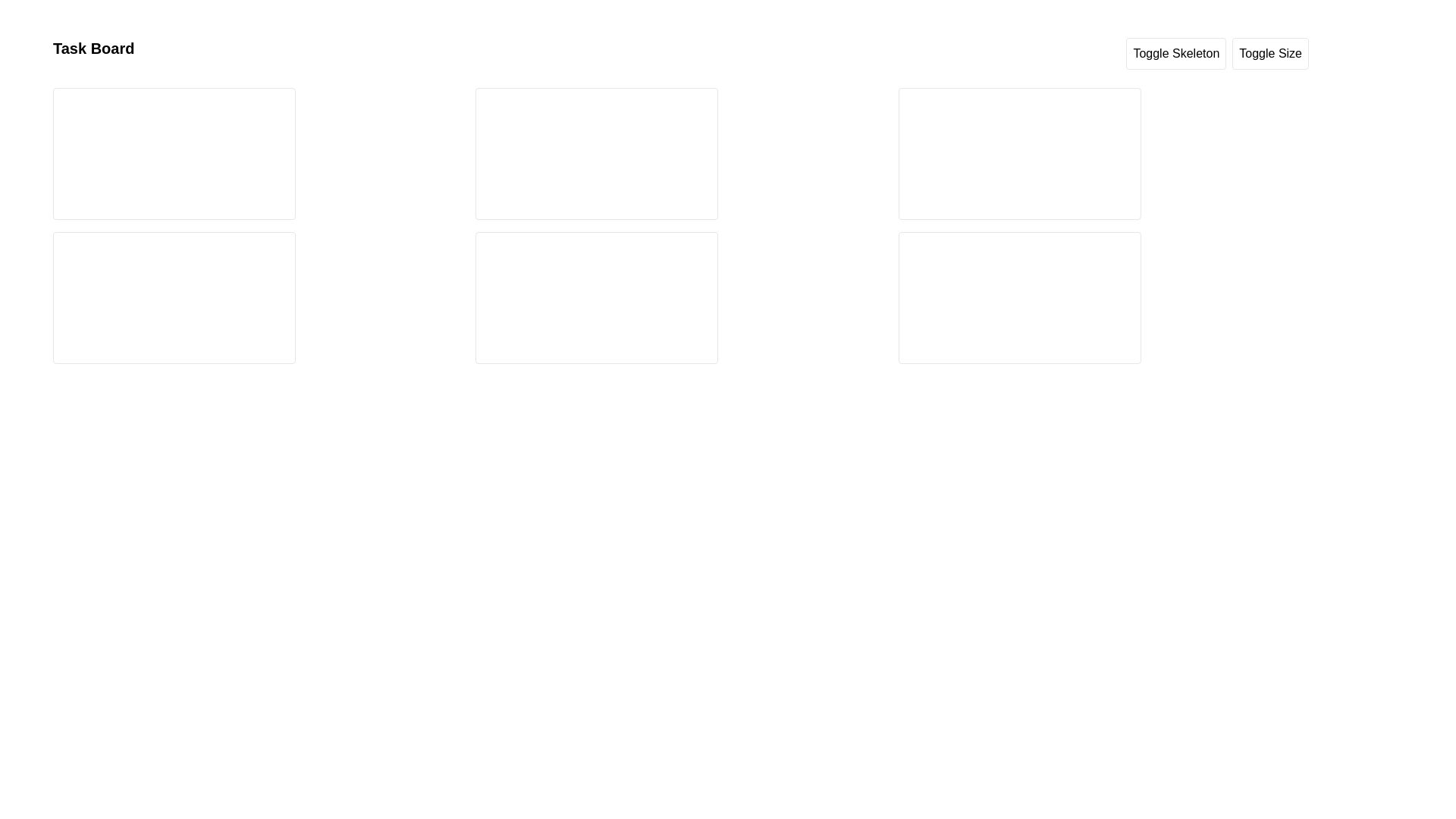 Image resolution: width=1456 pixels, height=819 pixels. Describe the element at coordinates (174, 151) in the screenshot. I see `the first Skeleton loader element, which is a rectangular bar styled as a placeholder loading indicator` at that location.